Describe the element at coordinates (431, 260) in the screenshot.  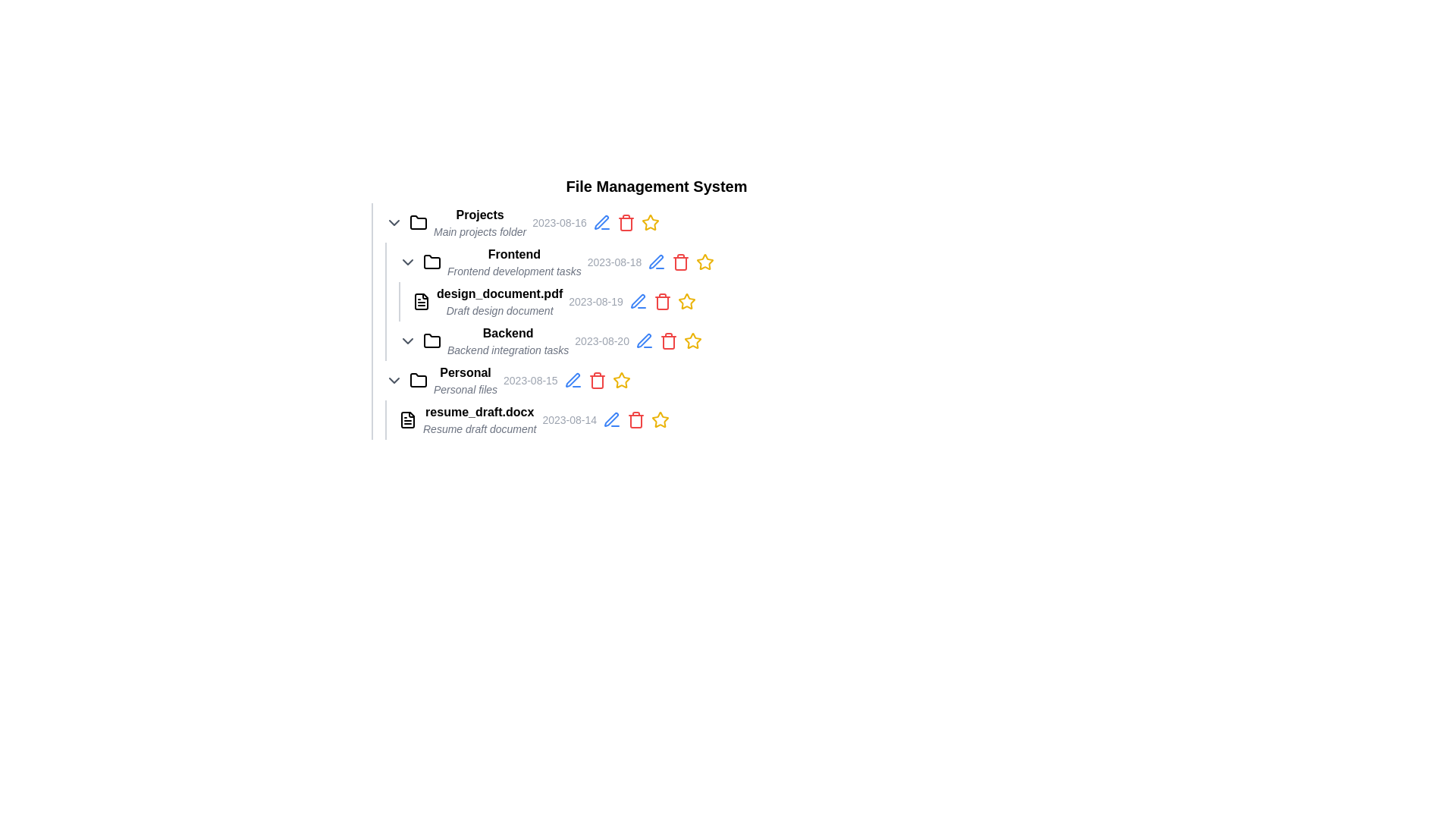
I see `the folder icon adjacent to the label 'Frontend' in the file manager interface, which is styled as an outline graphic with rounded edges and a slight flap at the top left` at that location.